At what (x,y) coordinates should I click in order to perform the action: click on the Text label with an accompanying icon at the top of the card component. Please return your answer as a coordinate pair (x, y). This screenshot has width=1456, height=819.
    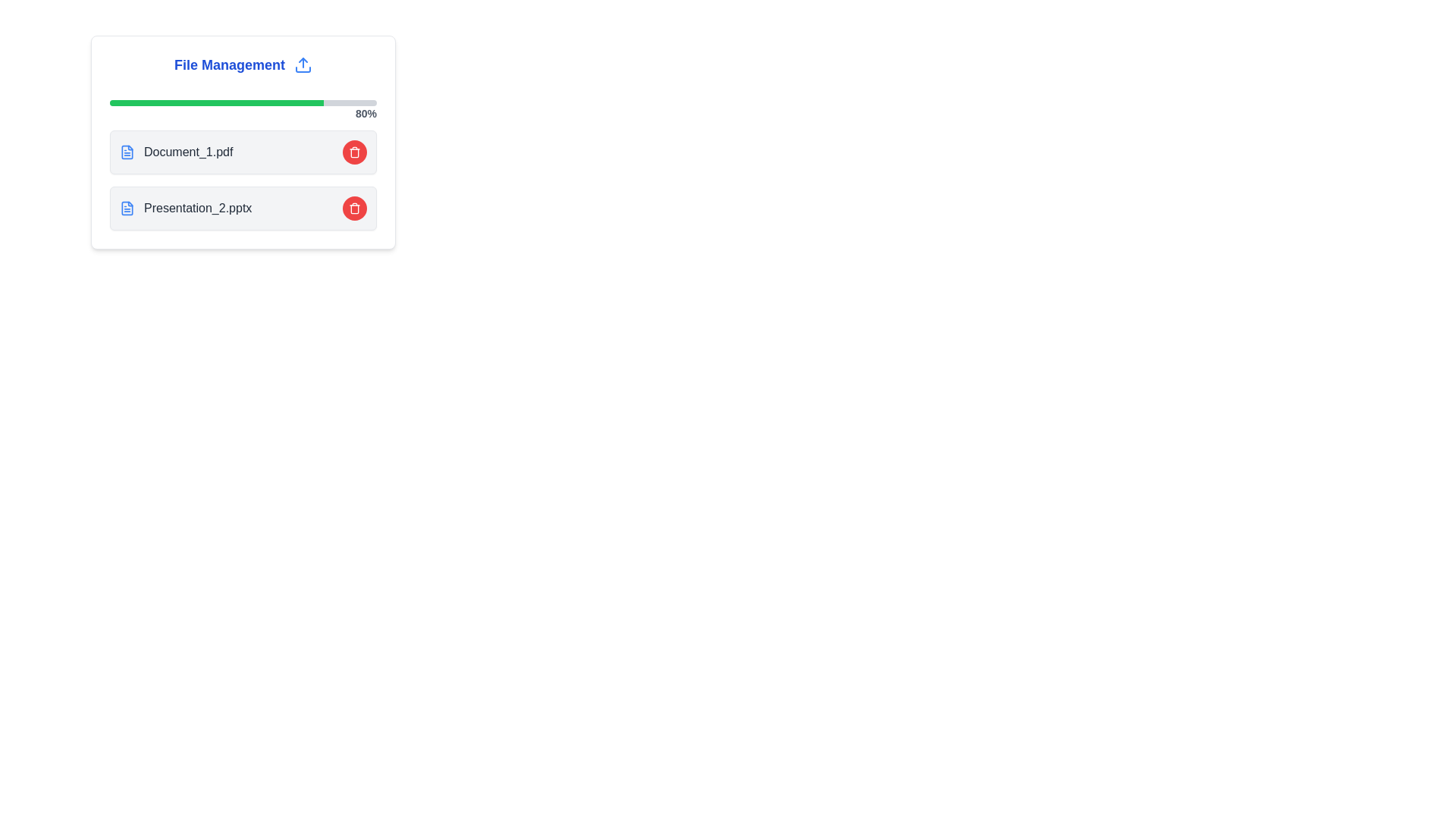
    Looking at the image, I should click on (243, 64).